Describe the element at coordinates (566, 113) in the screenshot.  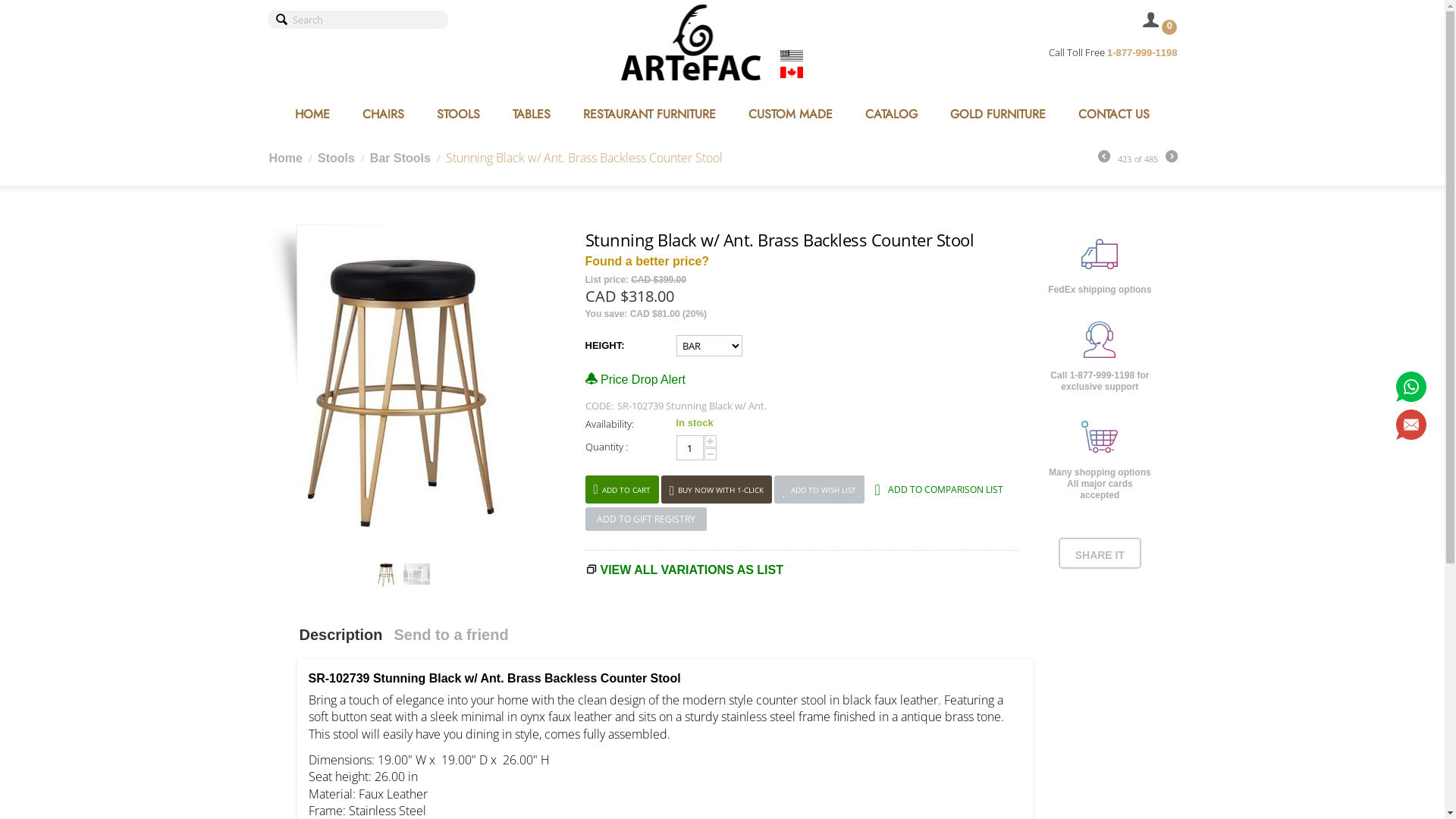
I see `'RESTAURANT FURNITURE'` at that location.